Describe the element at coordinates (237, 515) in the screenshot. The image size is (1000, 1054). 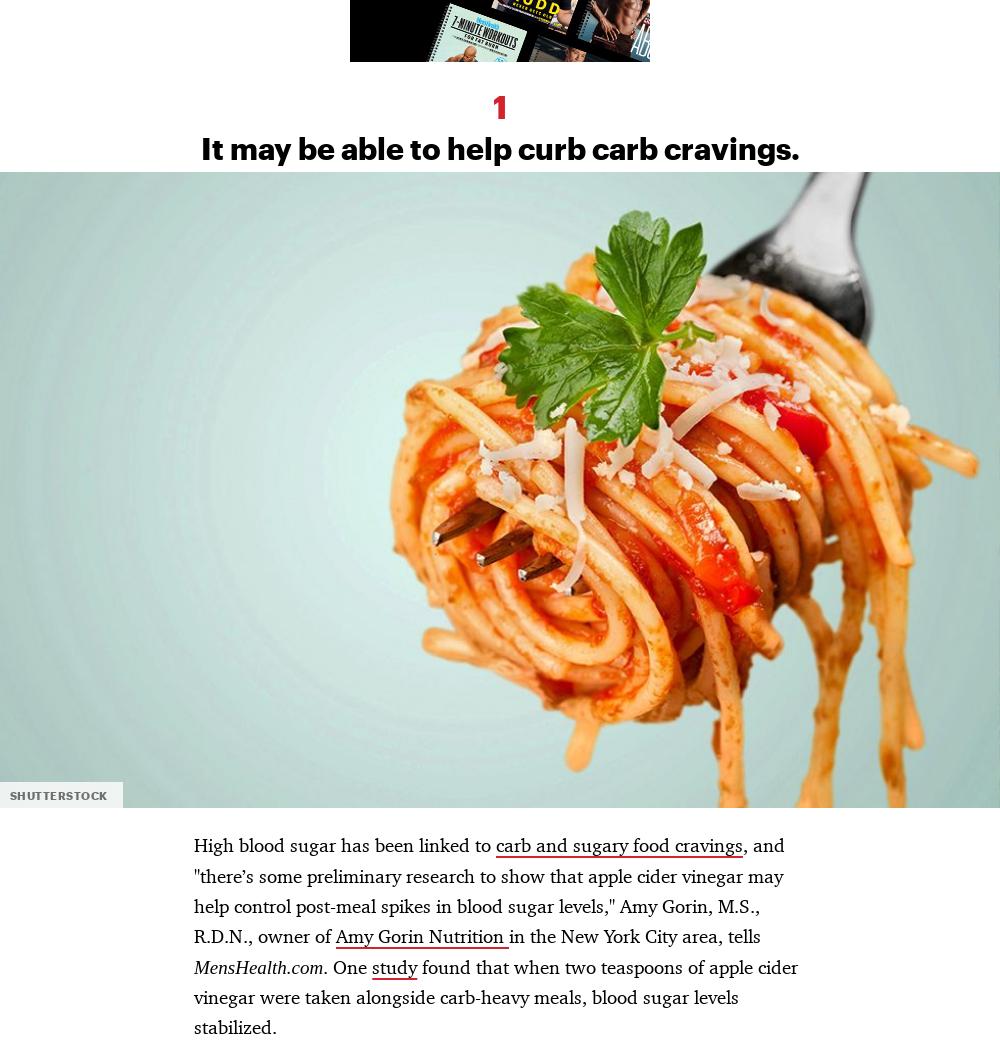
I see `'CA Notice at Collection'` at that location.